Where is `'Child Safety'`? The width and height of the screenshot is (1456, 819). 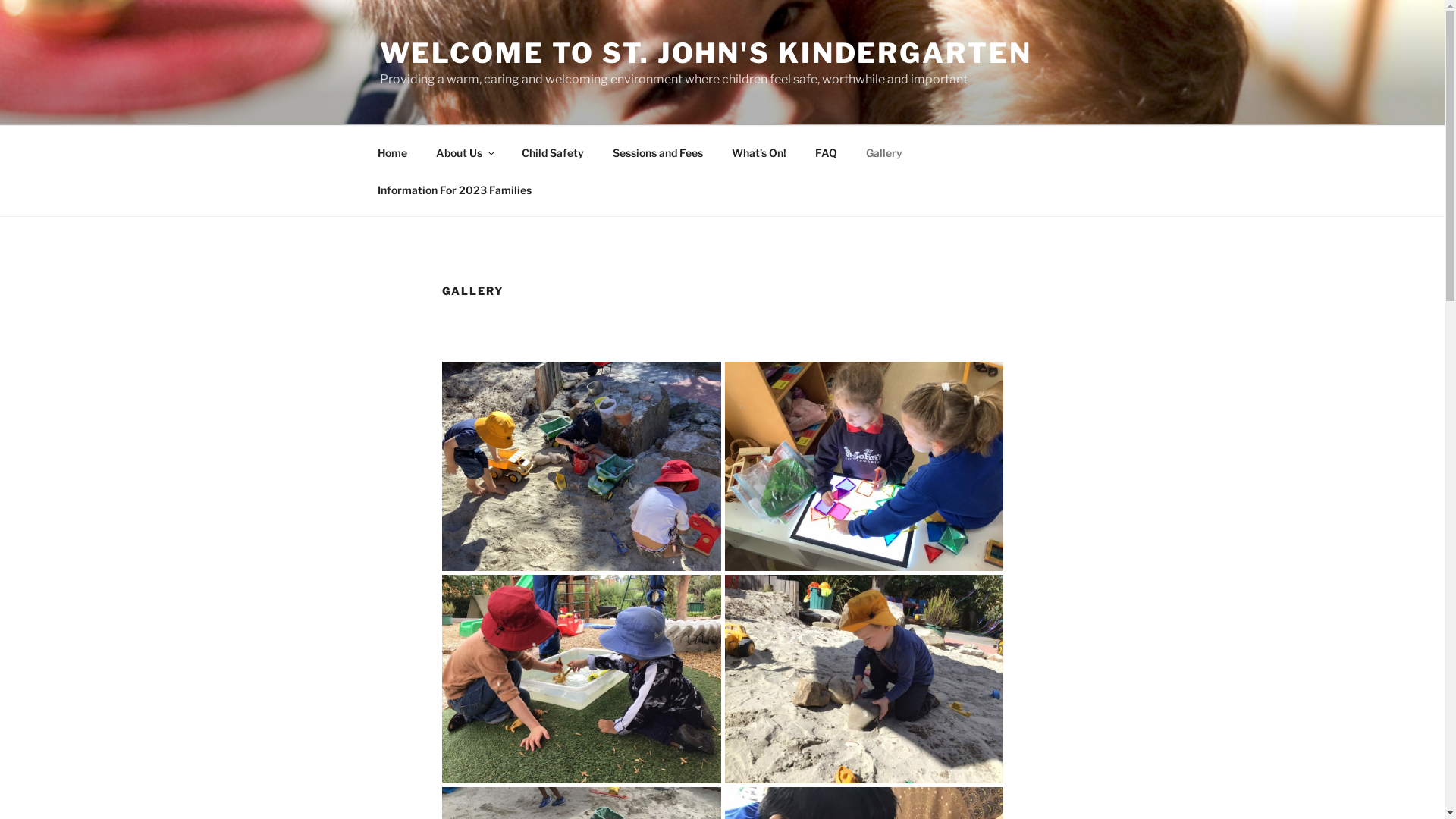
'Child Safety' is located at coordinates (551, 152).